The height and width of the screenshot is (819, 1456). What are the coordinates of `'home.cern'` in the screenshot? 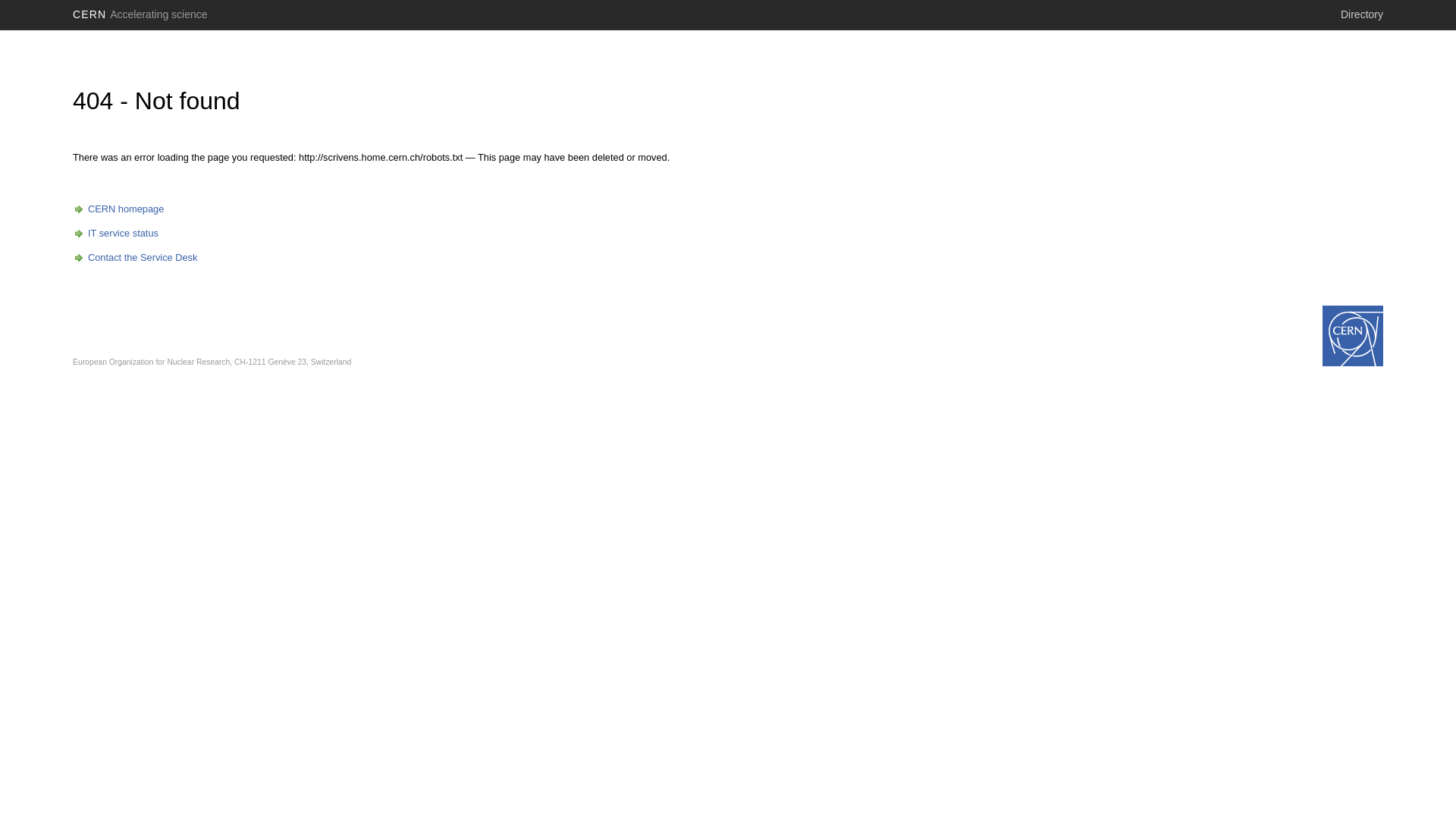 It's located at (1353, 335).